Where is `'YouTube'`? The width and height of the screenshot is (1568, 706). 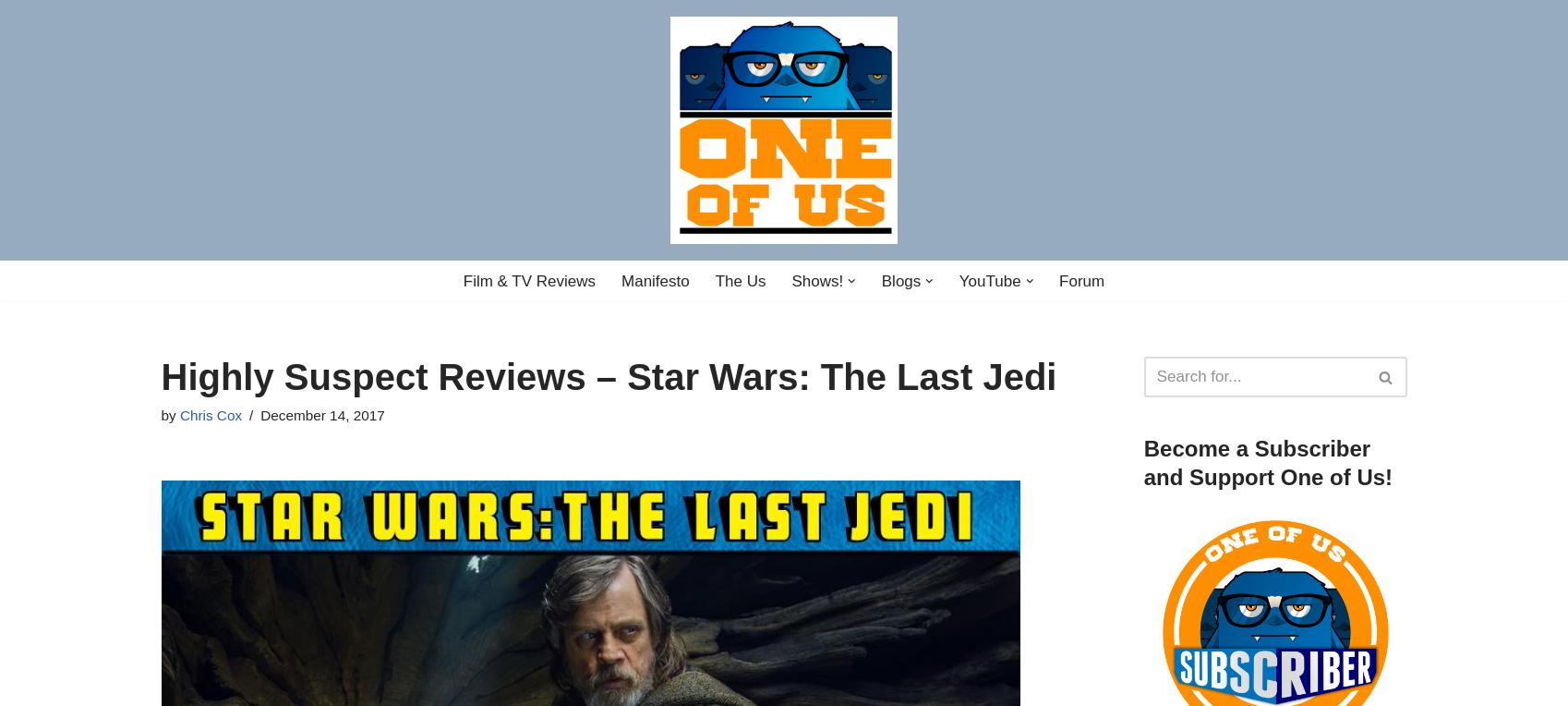 'YouTube' is located at coordinates (989, 280).